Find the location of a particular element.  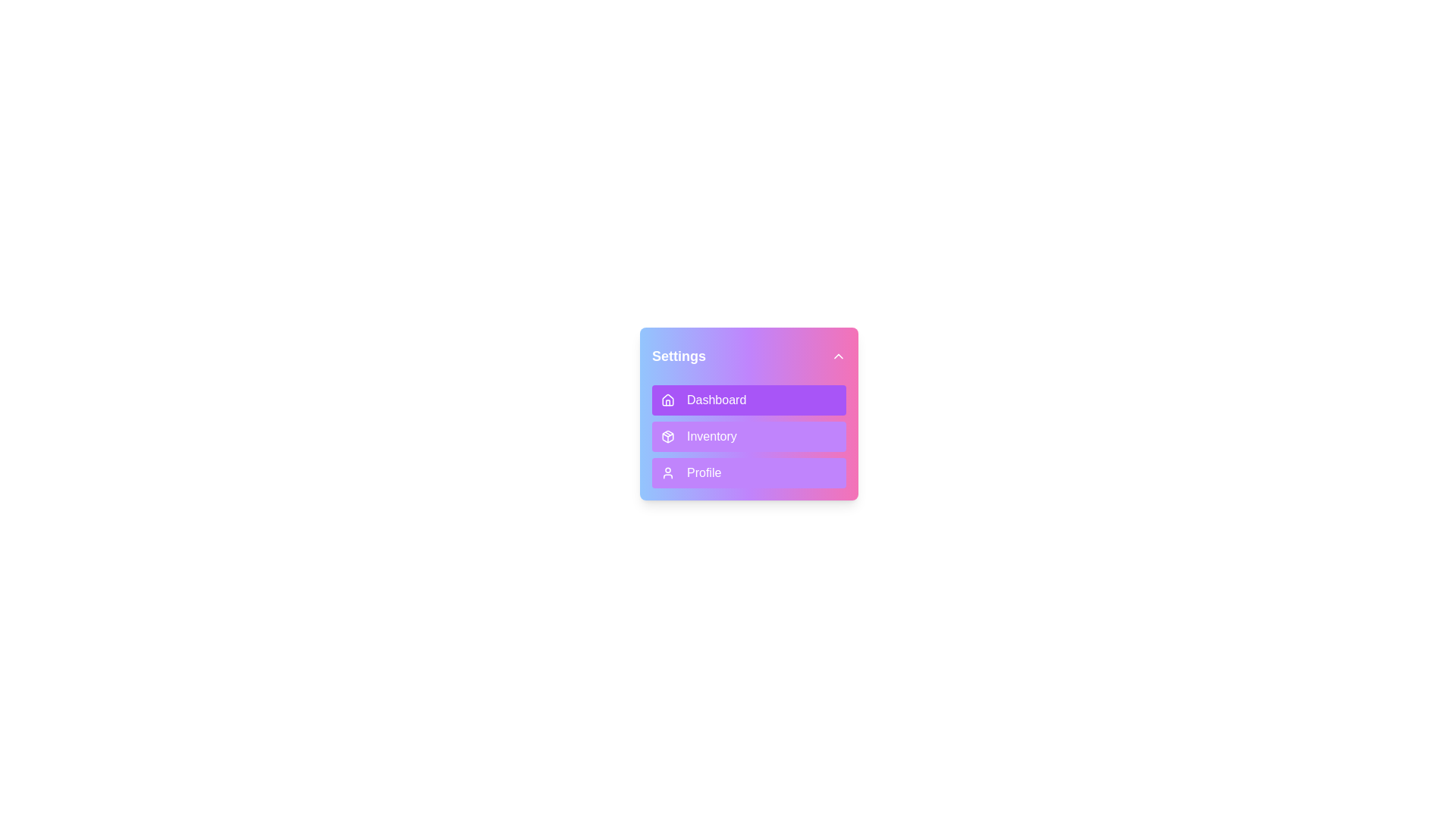

the toggle button to change the menu visibility is located at coordinates (749, 356).